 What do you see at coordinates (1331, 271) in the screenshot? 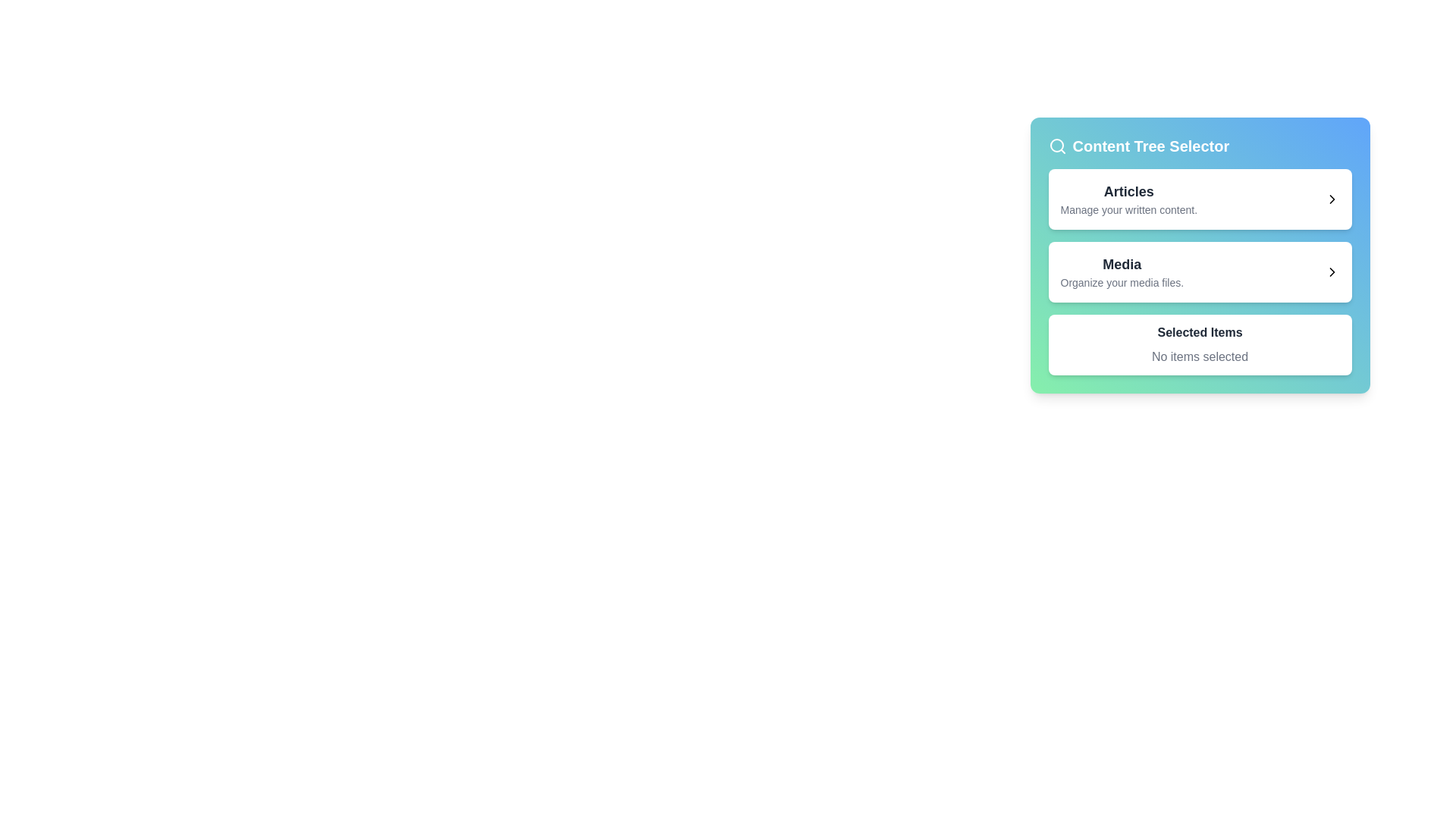
I see `the directional indicator icon associated with the 'Media' option in the 'Content Tree Selector'` at bounding box center [1331, 271].